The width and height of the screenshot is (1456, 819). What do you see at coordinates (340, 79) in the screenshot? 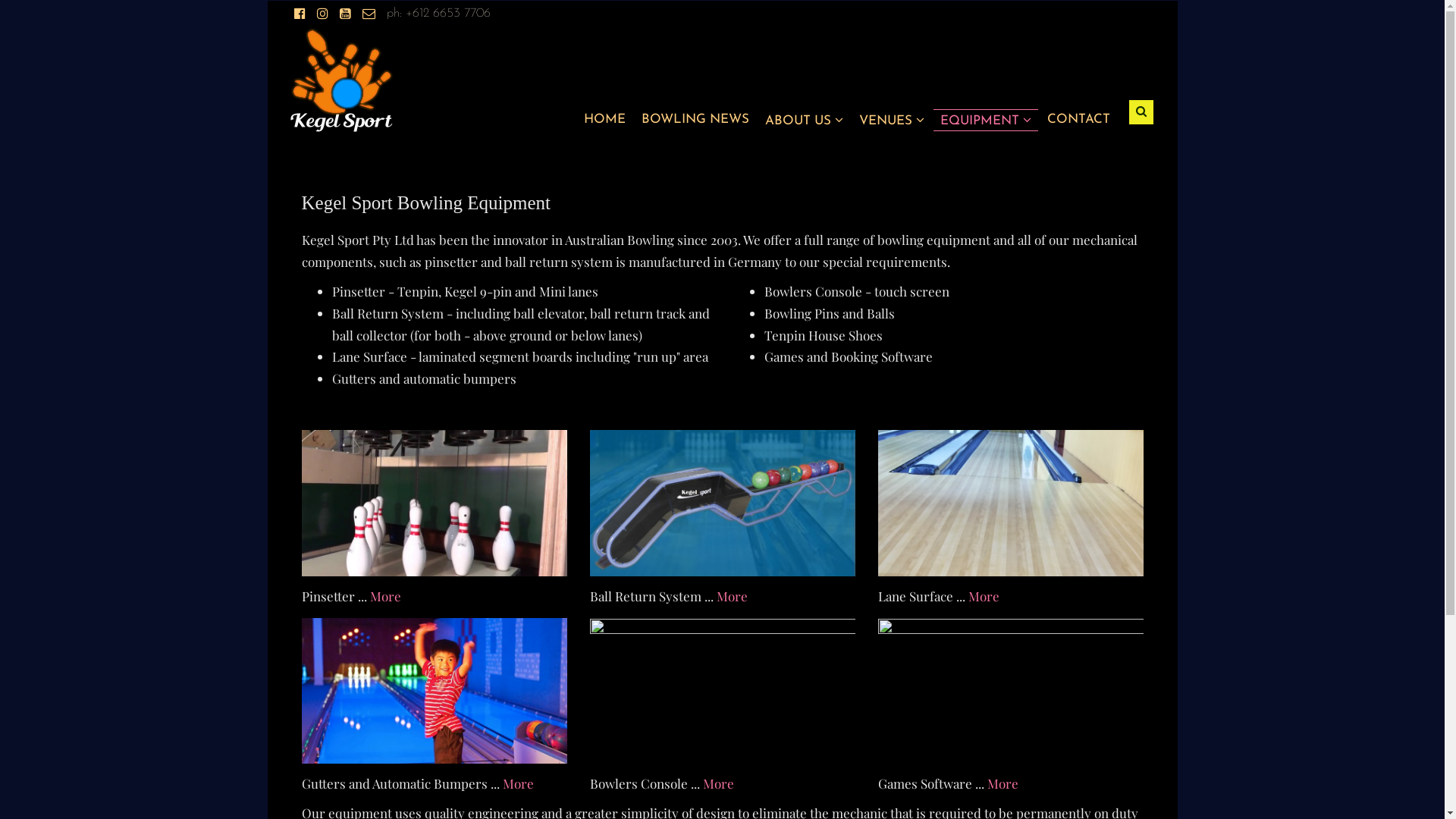
I see `'Kegel Sport'` at bounding box center [340, 79].